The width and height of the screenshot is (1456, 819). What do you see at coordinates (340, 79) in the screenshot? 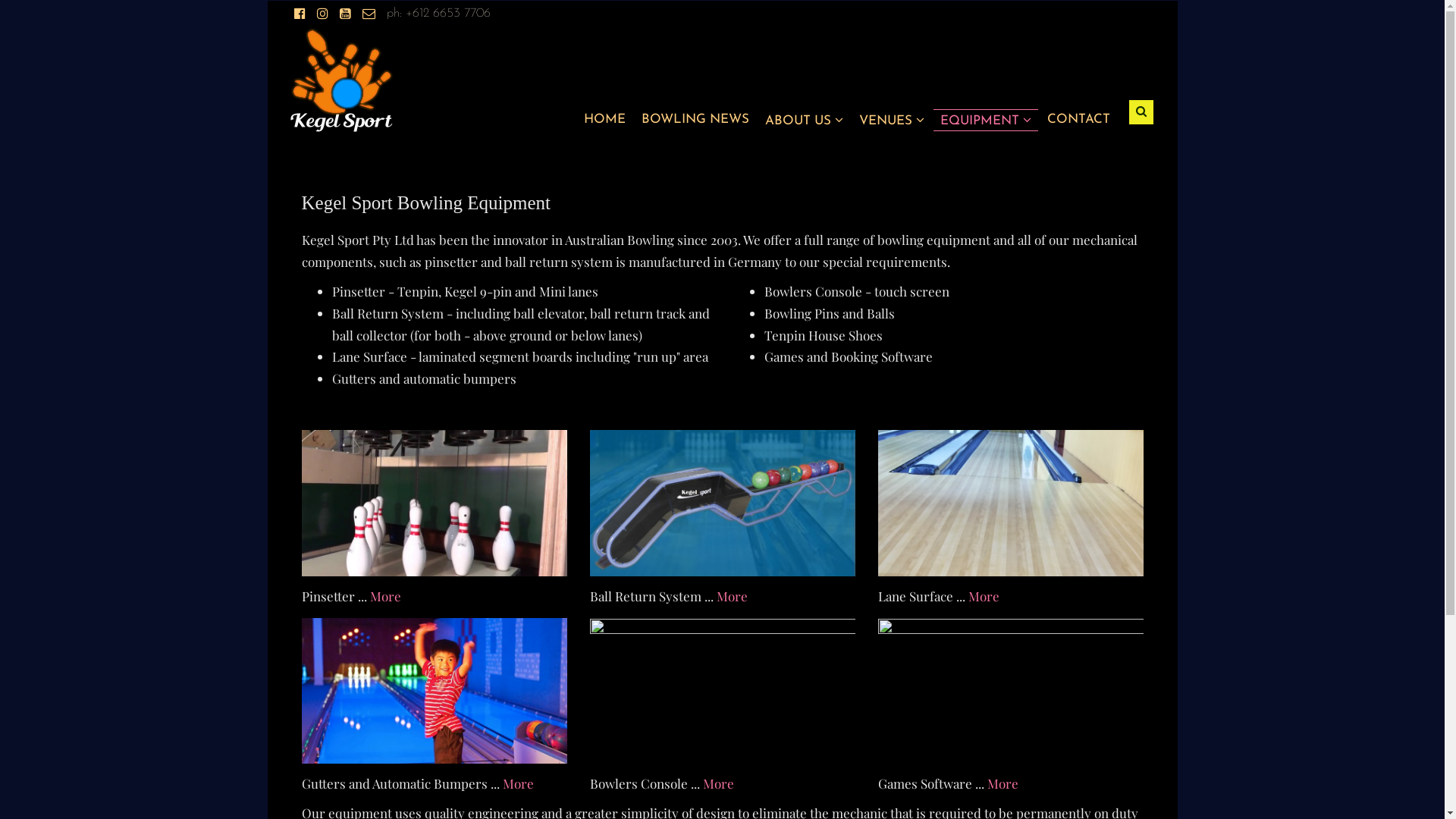
I see `'Kegel Sport'` at bounding box center [340, 79].